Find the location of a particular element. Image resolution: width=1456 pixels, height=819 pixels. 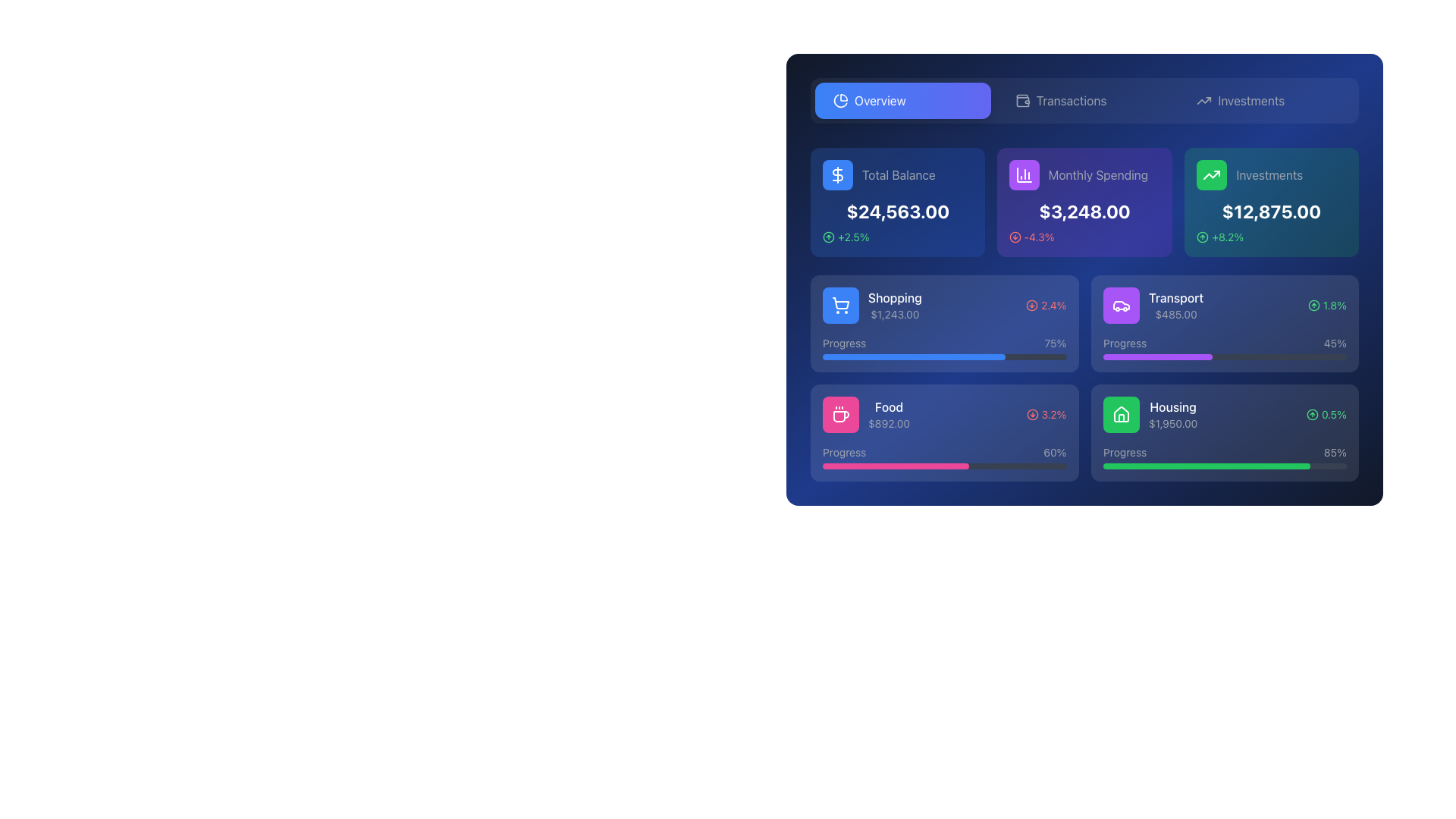

the upward arrow icon representing a positive trend, located in the lower-right corner of the 'Housing' section is located at coordinates (1312, 415).